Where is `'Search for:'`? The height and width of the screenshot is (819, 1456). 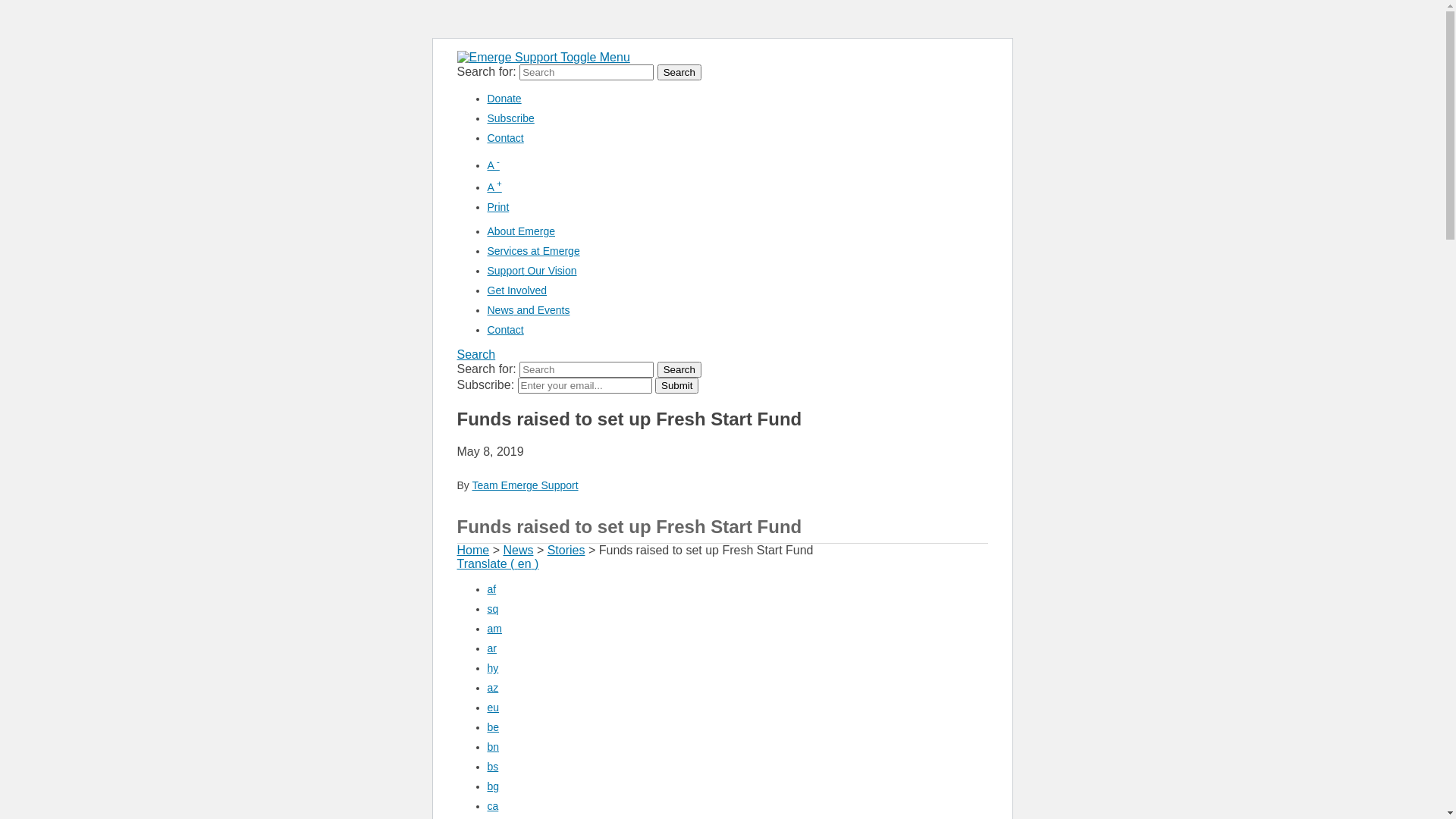
'Search for:' is located at coordinates (585, 369).